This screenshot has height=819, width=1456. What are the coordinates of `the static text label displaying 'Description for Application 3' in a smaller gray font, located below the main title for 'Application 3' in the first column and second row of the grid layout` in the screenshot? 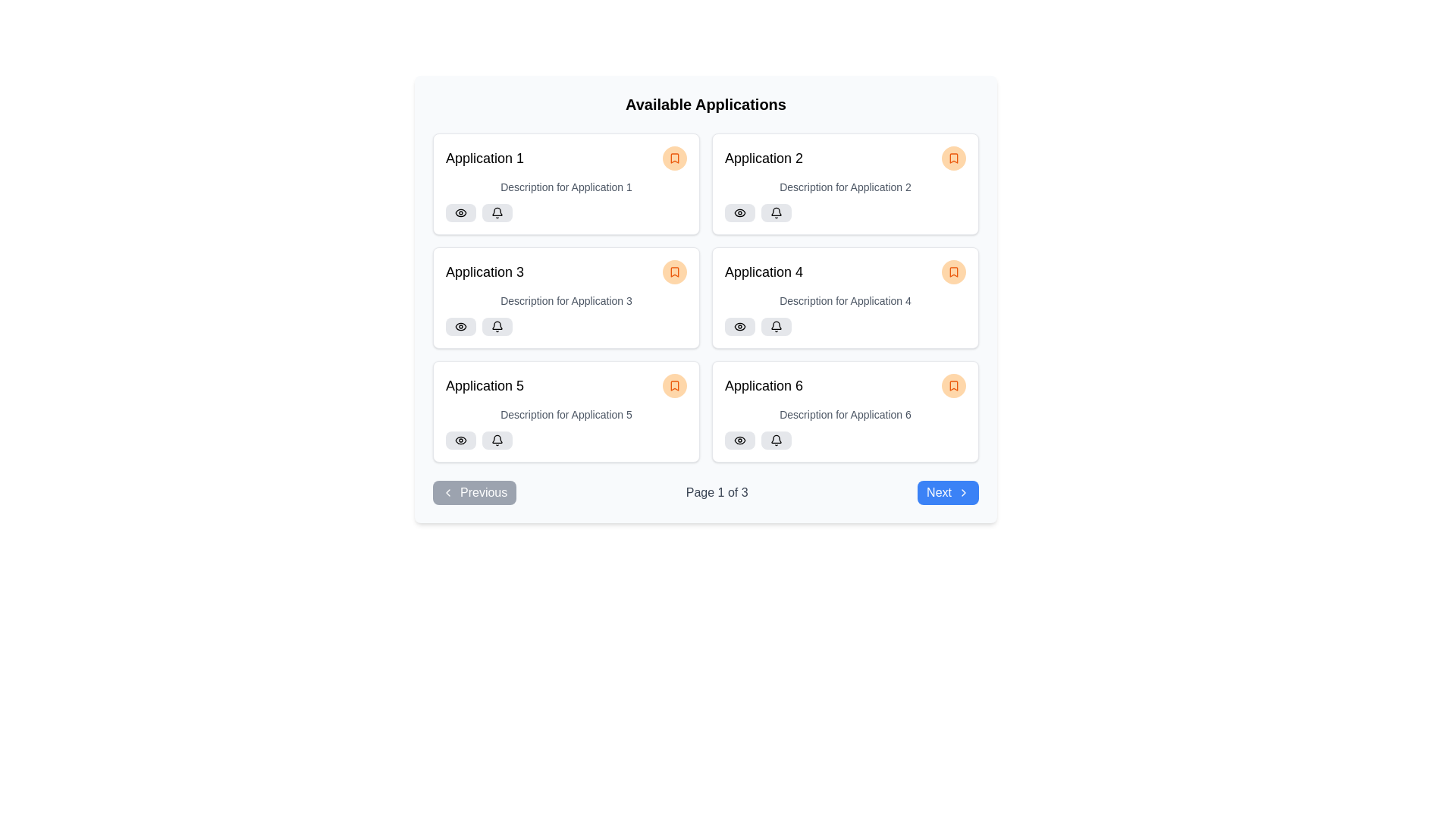 It's located at (566, 301).